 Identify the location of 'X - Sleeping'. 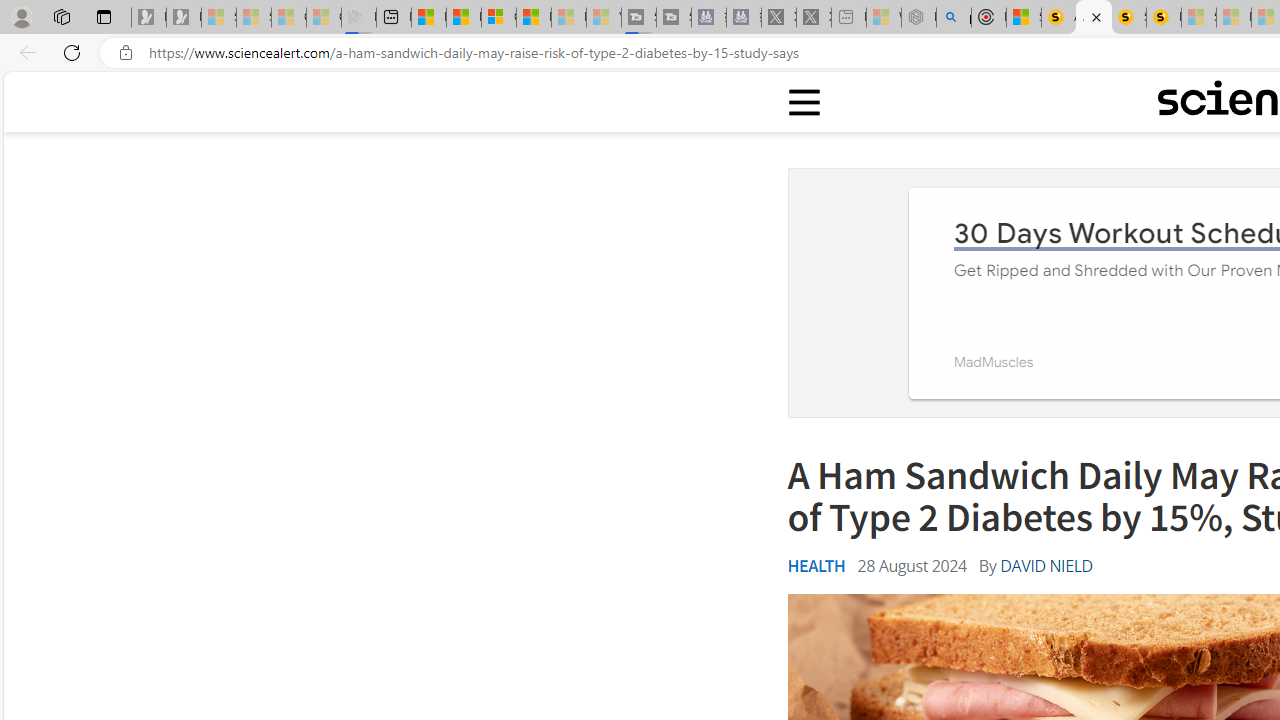
(814, 17).